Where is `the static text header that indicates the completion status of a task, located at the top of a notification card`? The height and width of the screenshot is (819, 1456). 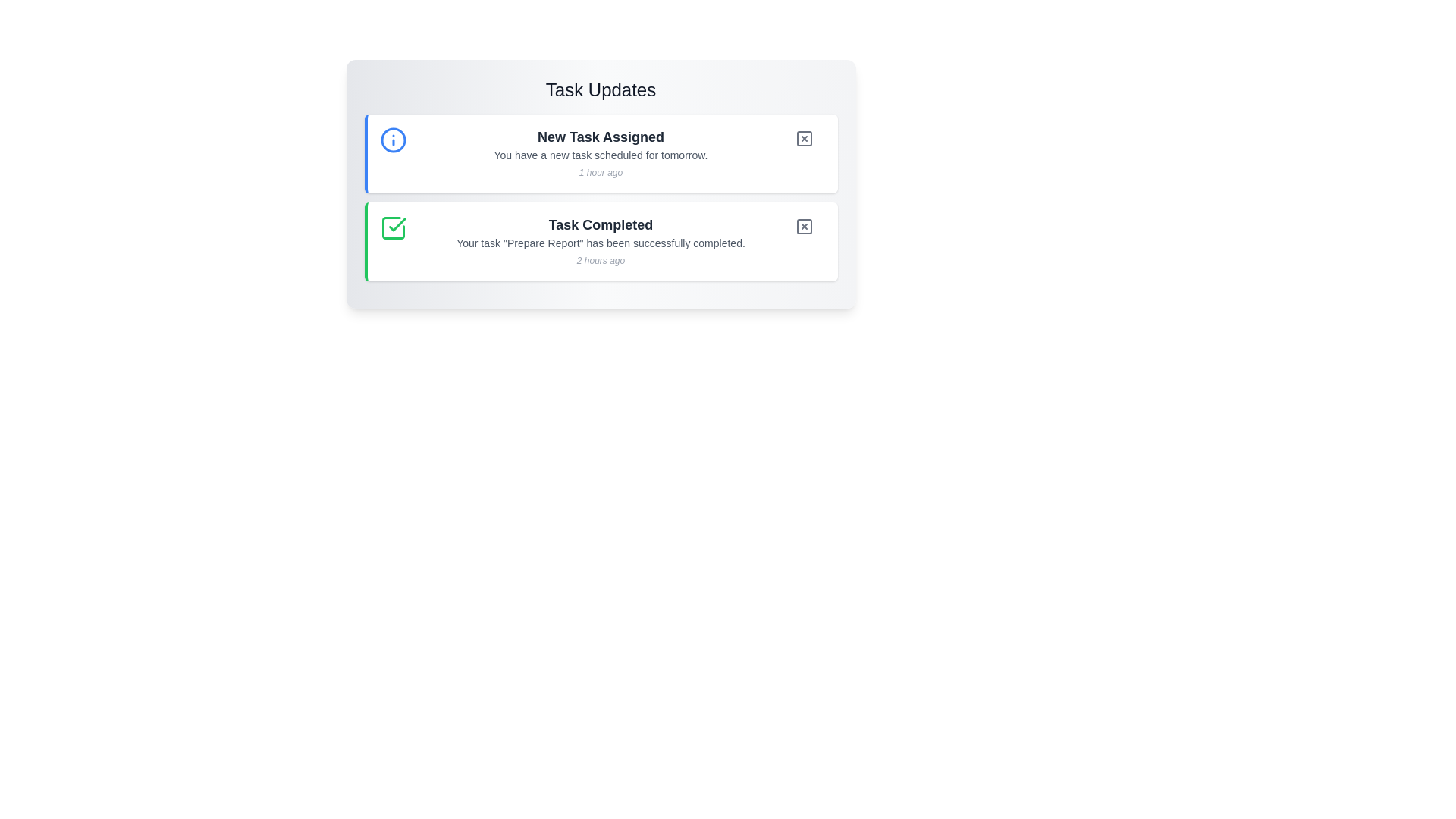
the static text header that indicates the completion status of a task, located at the top of a notification card is located at coordinates (600, 225).